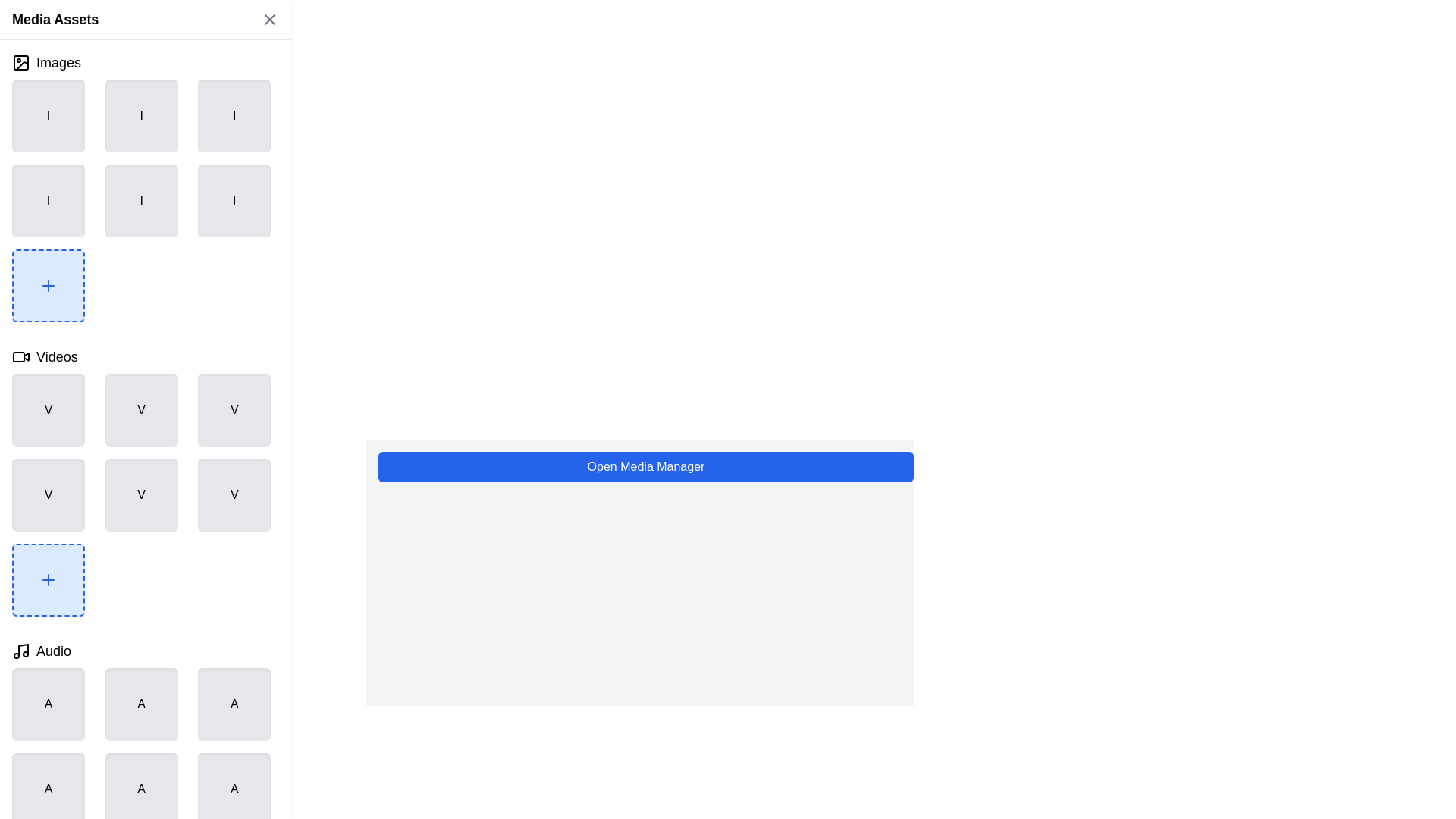 The width and height of the screenshot is (1456, 819). I want to click on the vertical line of the music note icon located, so click(23, 649).